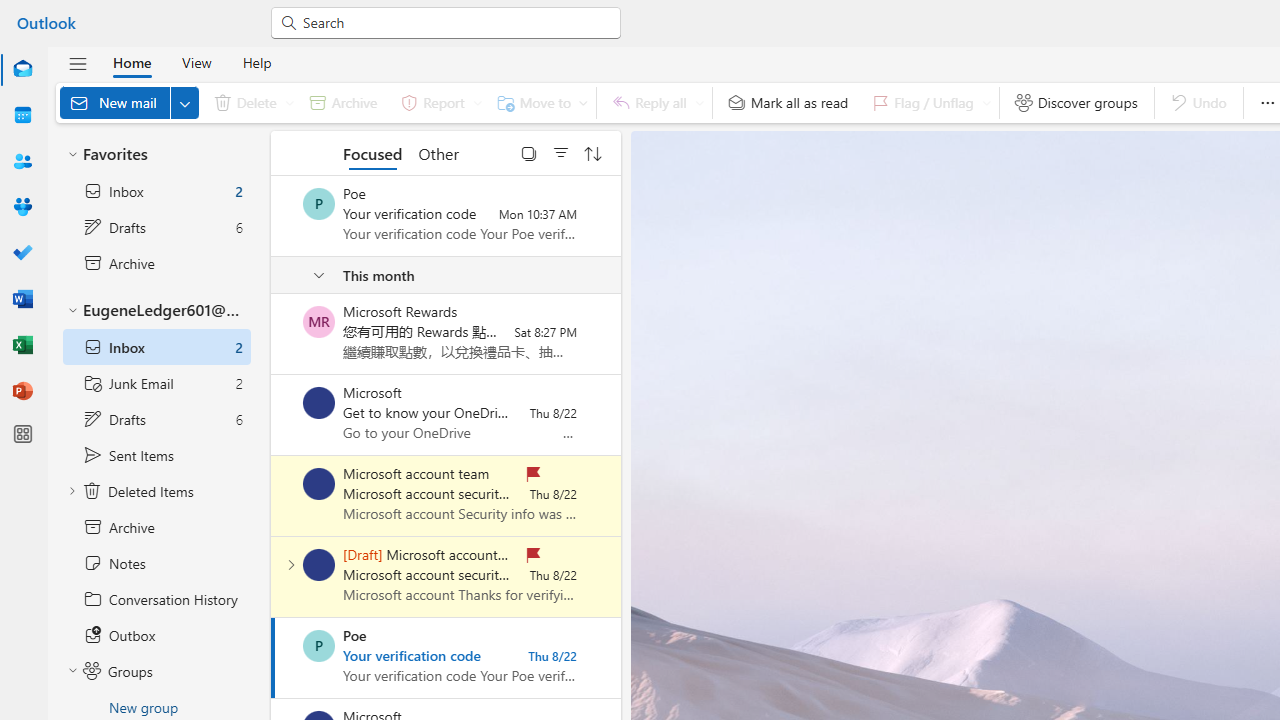 The width and height of the screenshot is (1280, 720). I want to click on 'Filter', so click(560, 152).